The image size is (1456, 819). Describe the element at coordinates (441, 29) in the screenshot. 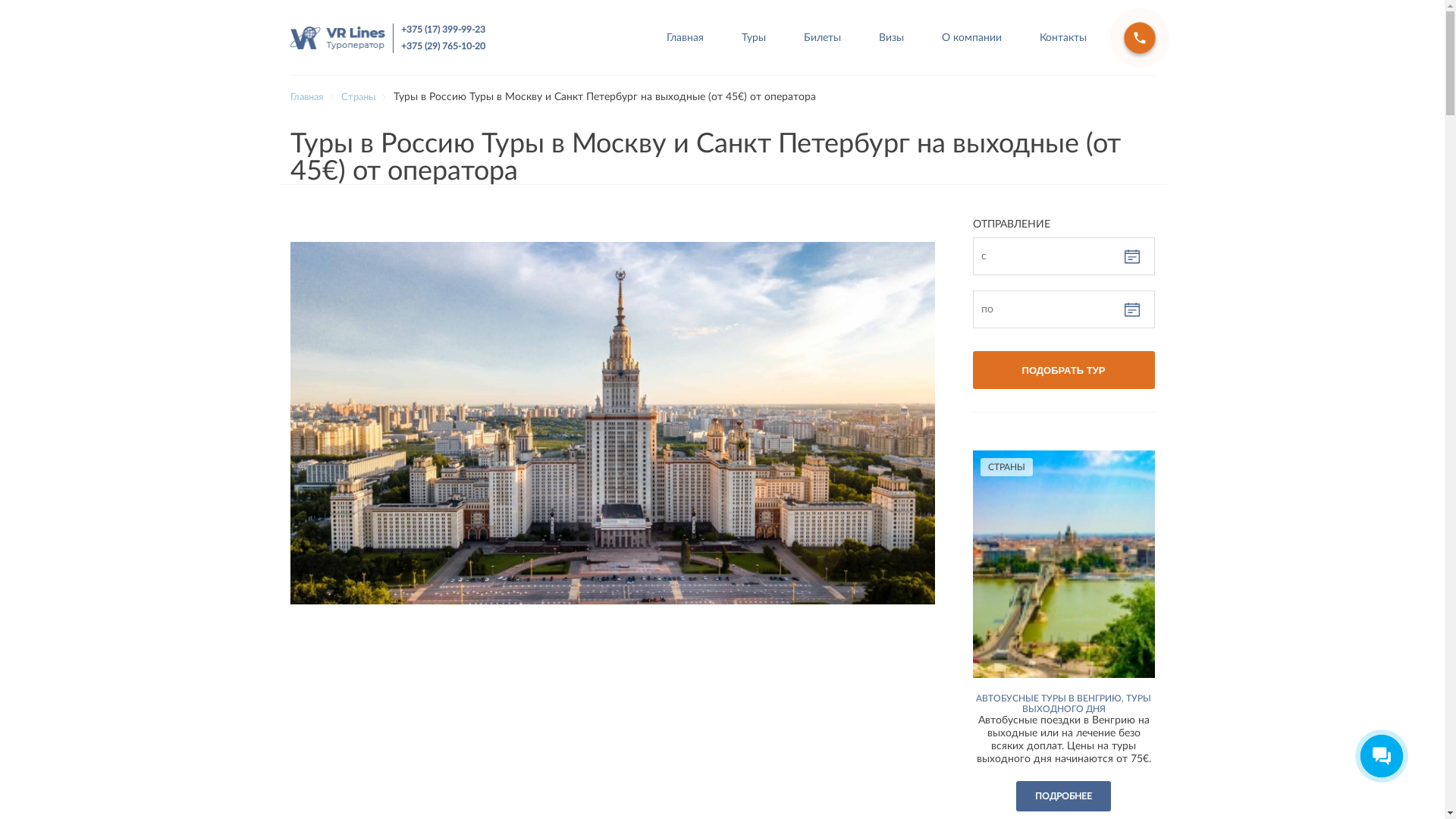

I see `'+375 (17) 399-99-23'` at that location.